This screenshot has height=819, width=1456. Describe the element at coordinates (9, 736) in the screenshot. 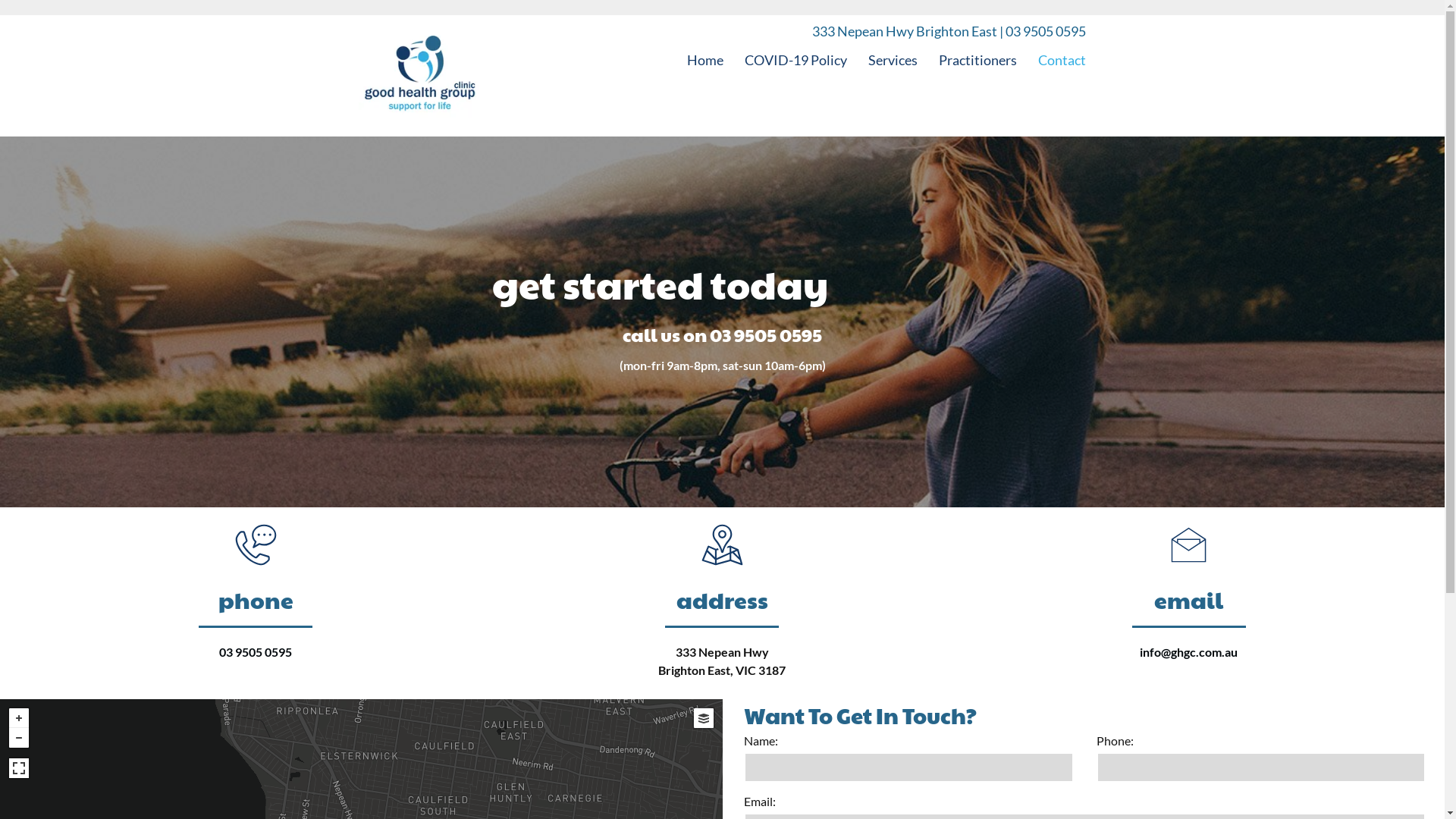

I see `'-'` at that location.